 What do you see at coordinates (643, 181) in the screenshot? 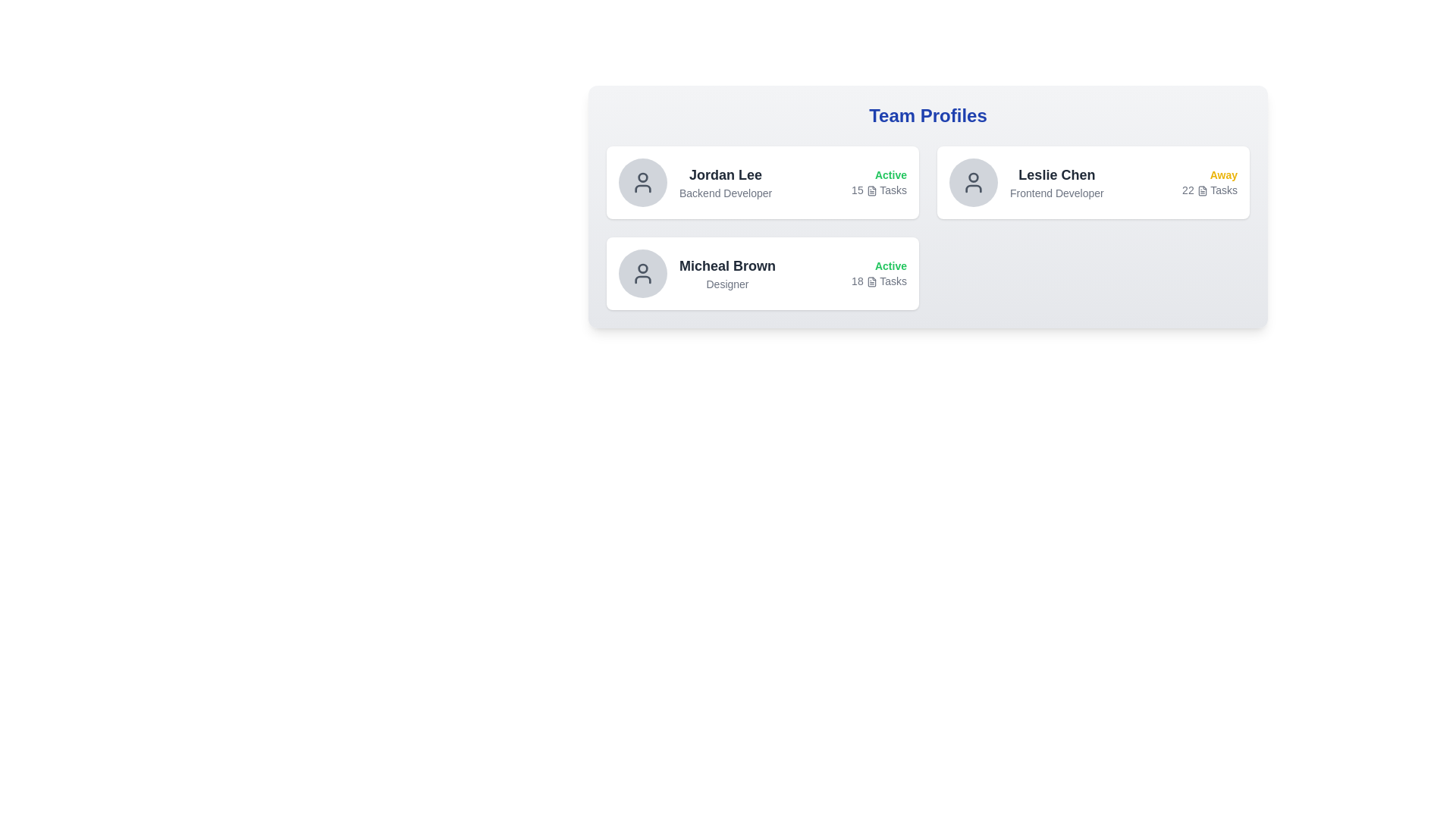
I see `the circular profile placeholder icon located to the left of the name 'Jordan Lee' and their designation 'Backend Developer'` at bounding box center [643, 181].